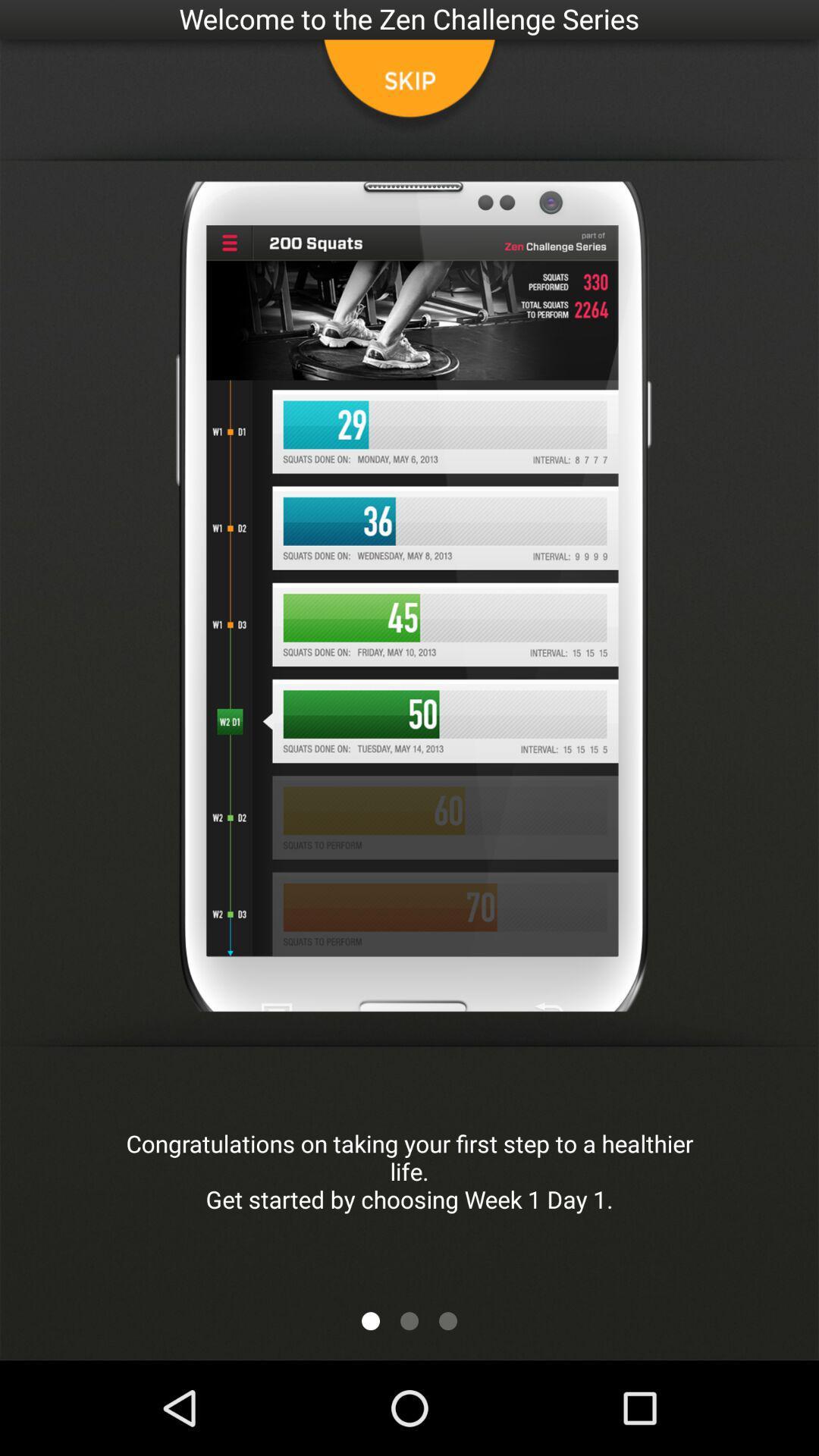 This screenshot has width=819, height=1456. Describe the element at coordinates (409, 86) in the screenshot. I see `skip button` at that location.